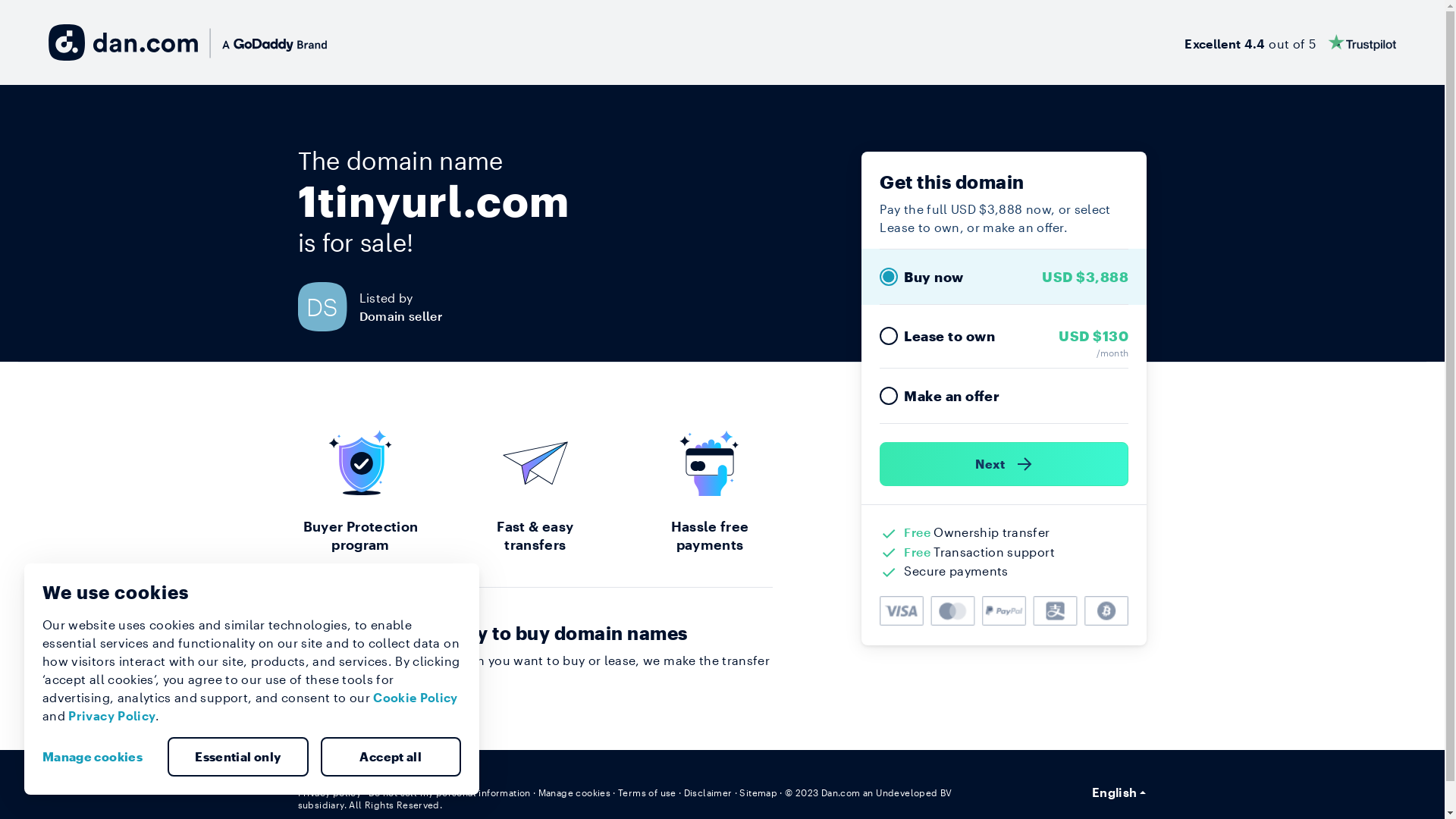 The height and width of the screenshot is (819, 1456). Describe the element at coordinates (574, 792) in the screenshot. I see `'Manage cookies'` at that location.